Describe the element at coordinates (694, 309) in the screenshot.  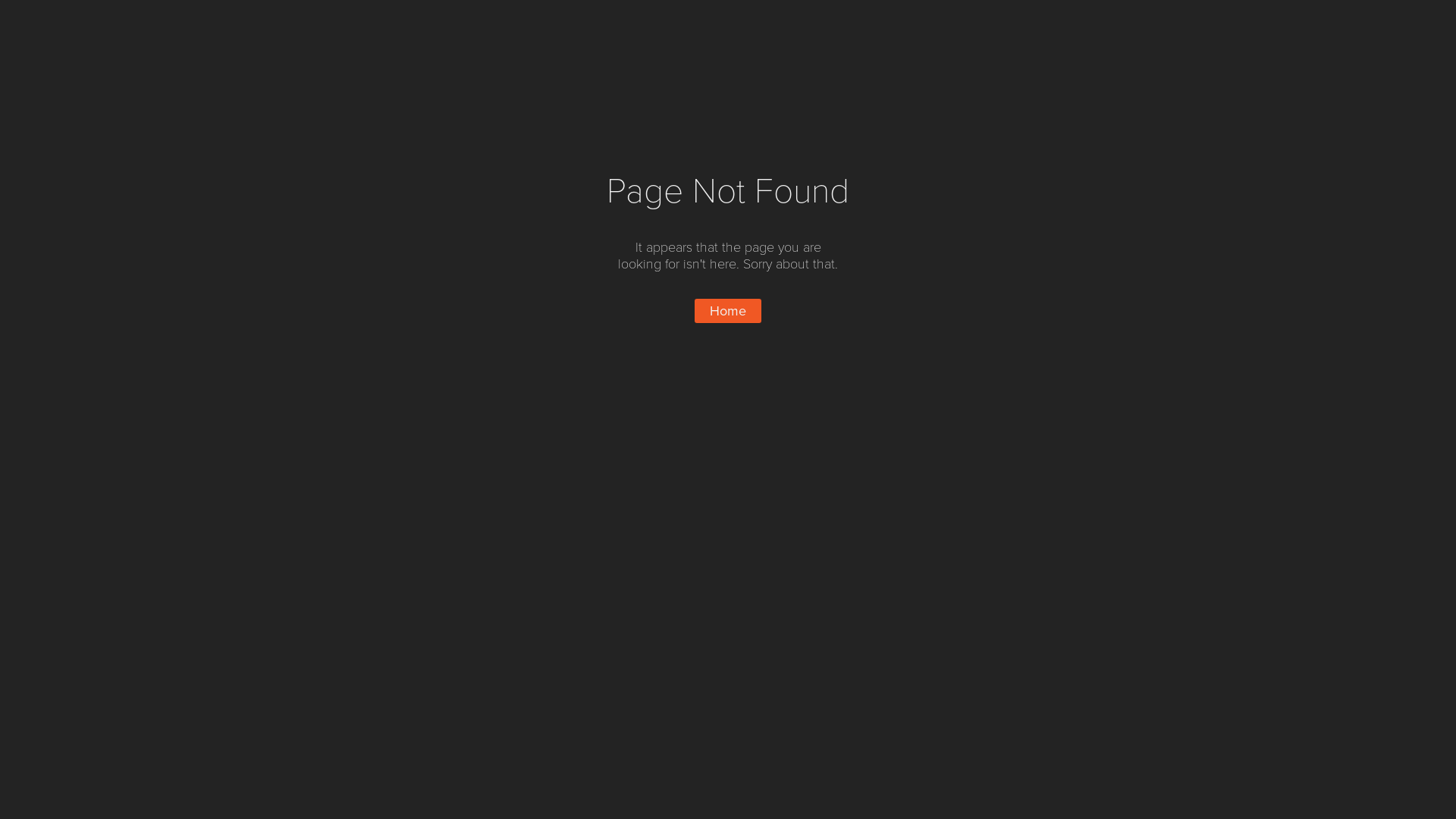
I see `'Home'` at that location.